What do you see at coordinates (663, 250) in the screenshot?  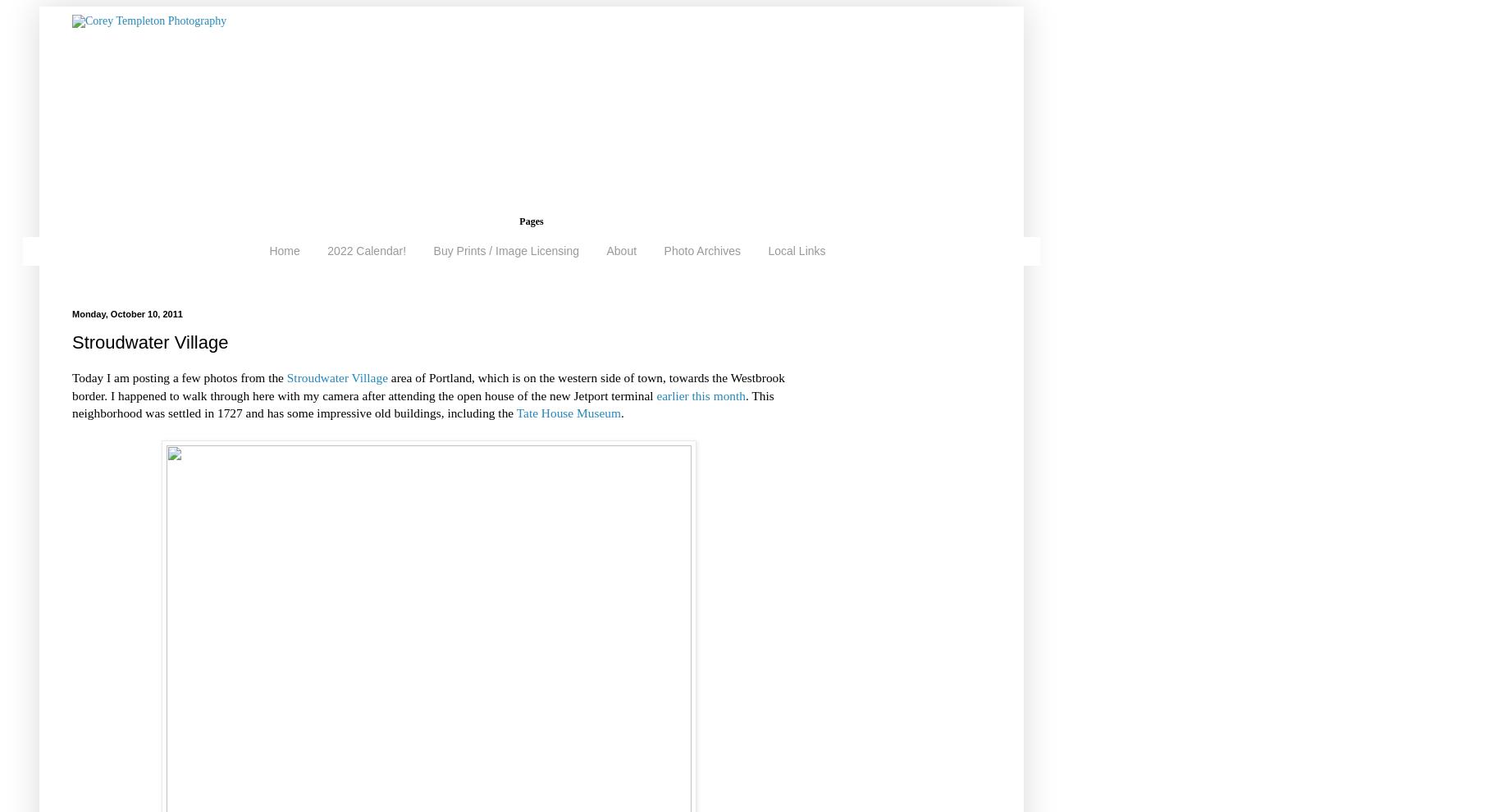 I see `'Photo Archives'` at bounding box center [663, 250].